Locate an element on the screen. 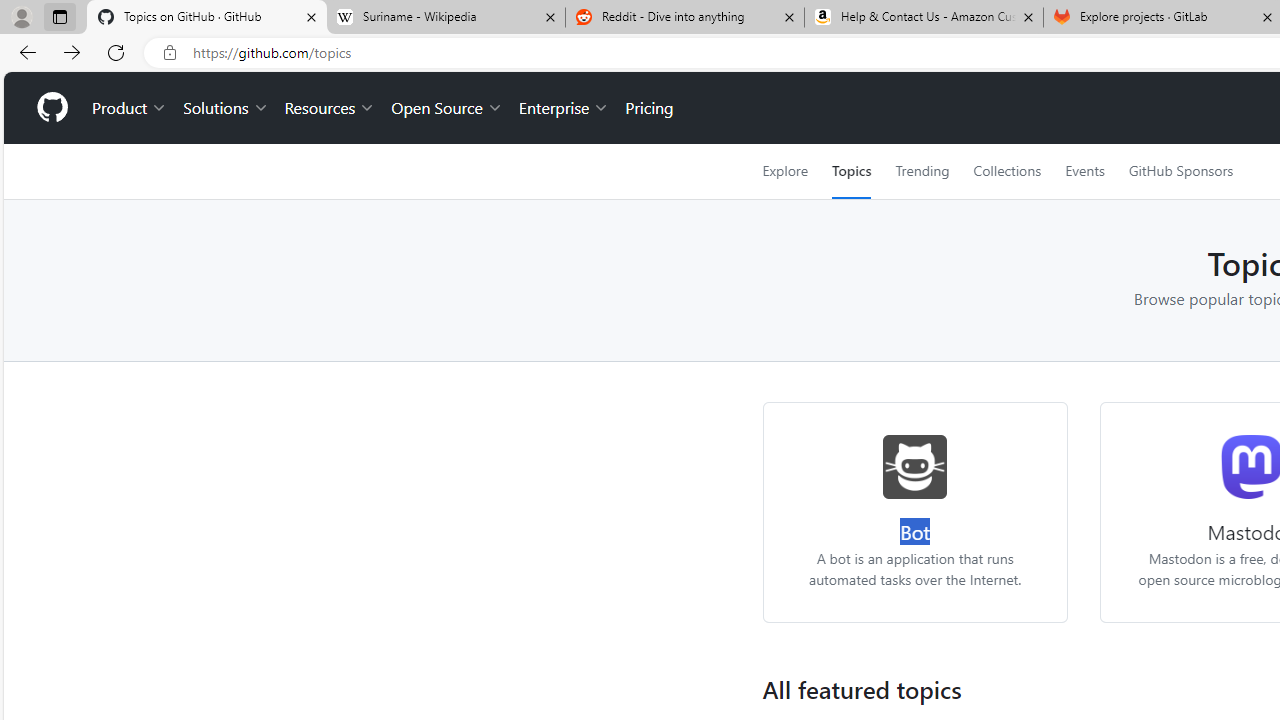  'Homepage' is located at coordinates (51, 108).